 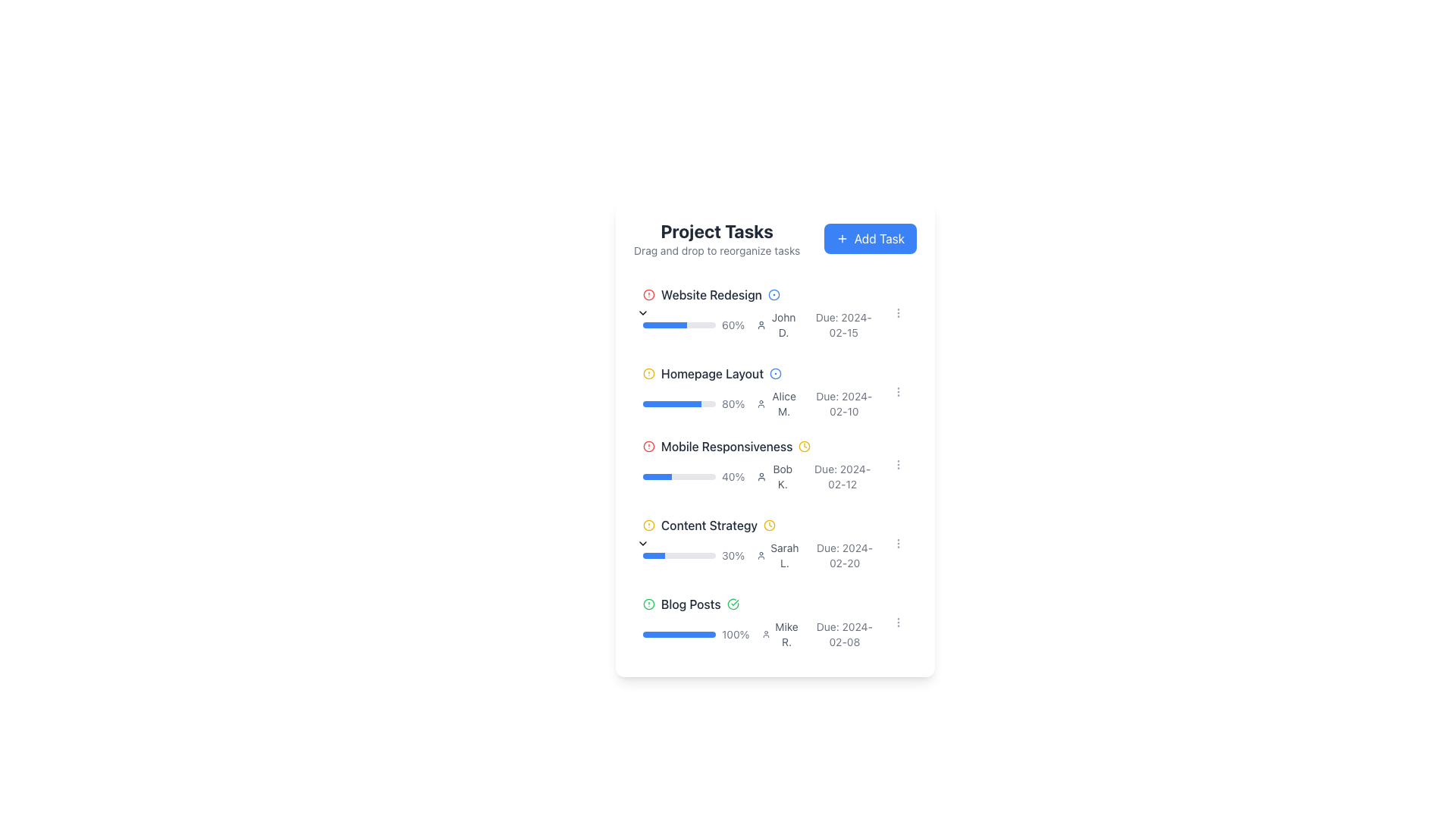 I want to click on the user profile icon, which is a dark gray minimalist line-art symbol located to the immediate left of the text 'Bob K.' in the task list for 'Mobile Responsiveness', so click(x=761, y=475).